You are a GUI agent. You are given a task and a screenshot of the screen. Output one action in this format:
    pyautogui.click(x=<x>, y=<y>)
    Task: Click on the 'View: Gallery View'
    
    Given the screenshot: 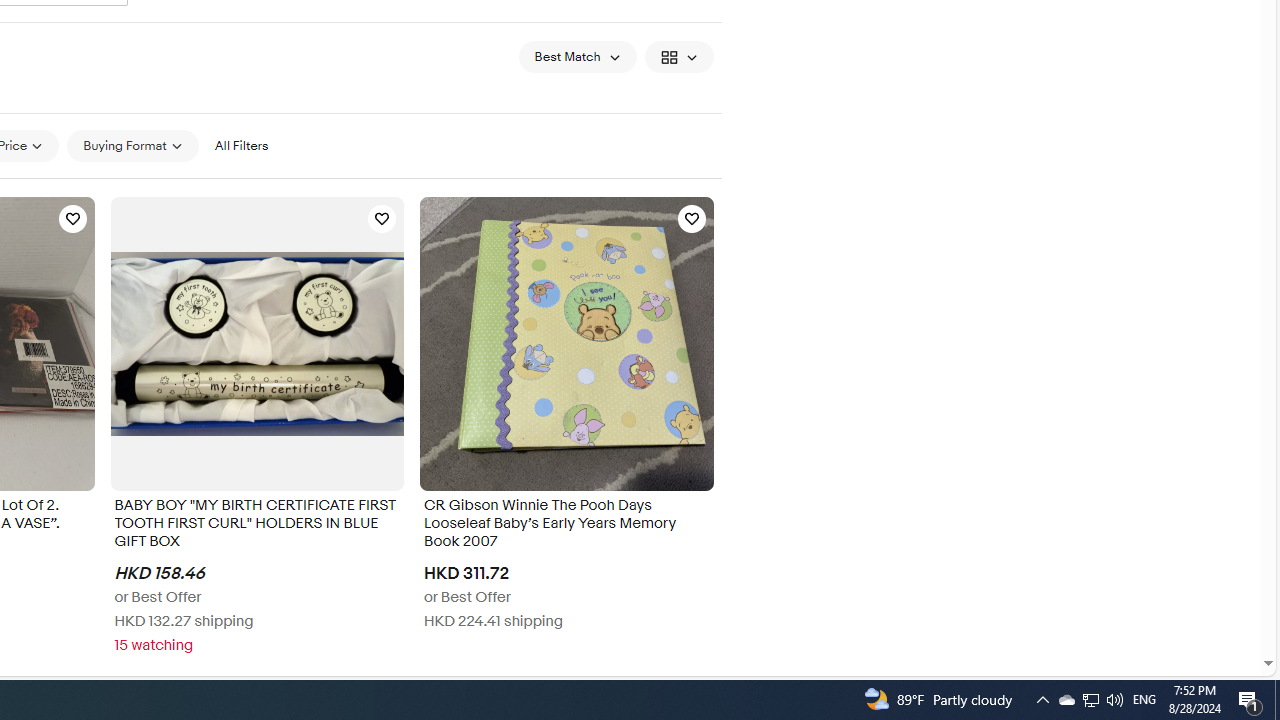 What is the action you would take?
    pyautogui.click(x=679, y=55)
    